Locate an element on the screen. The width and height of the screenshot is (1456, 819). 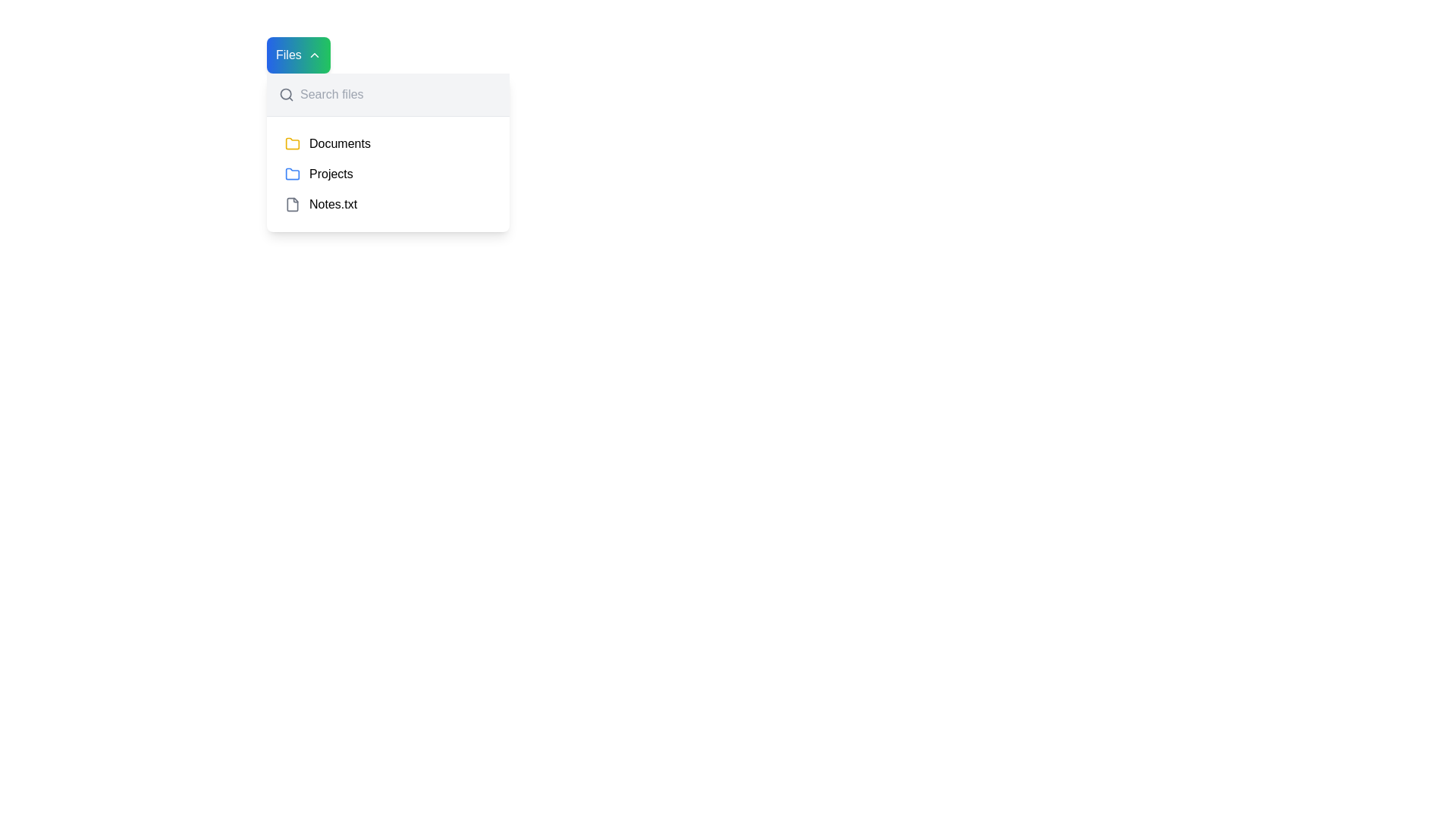
the 'Documents' folder icon located in the top-left area of the 'Files' dropdown menu, which serves as a visual representation for the folder type is located at coordinates (292, 143).